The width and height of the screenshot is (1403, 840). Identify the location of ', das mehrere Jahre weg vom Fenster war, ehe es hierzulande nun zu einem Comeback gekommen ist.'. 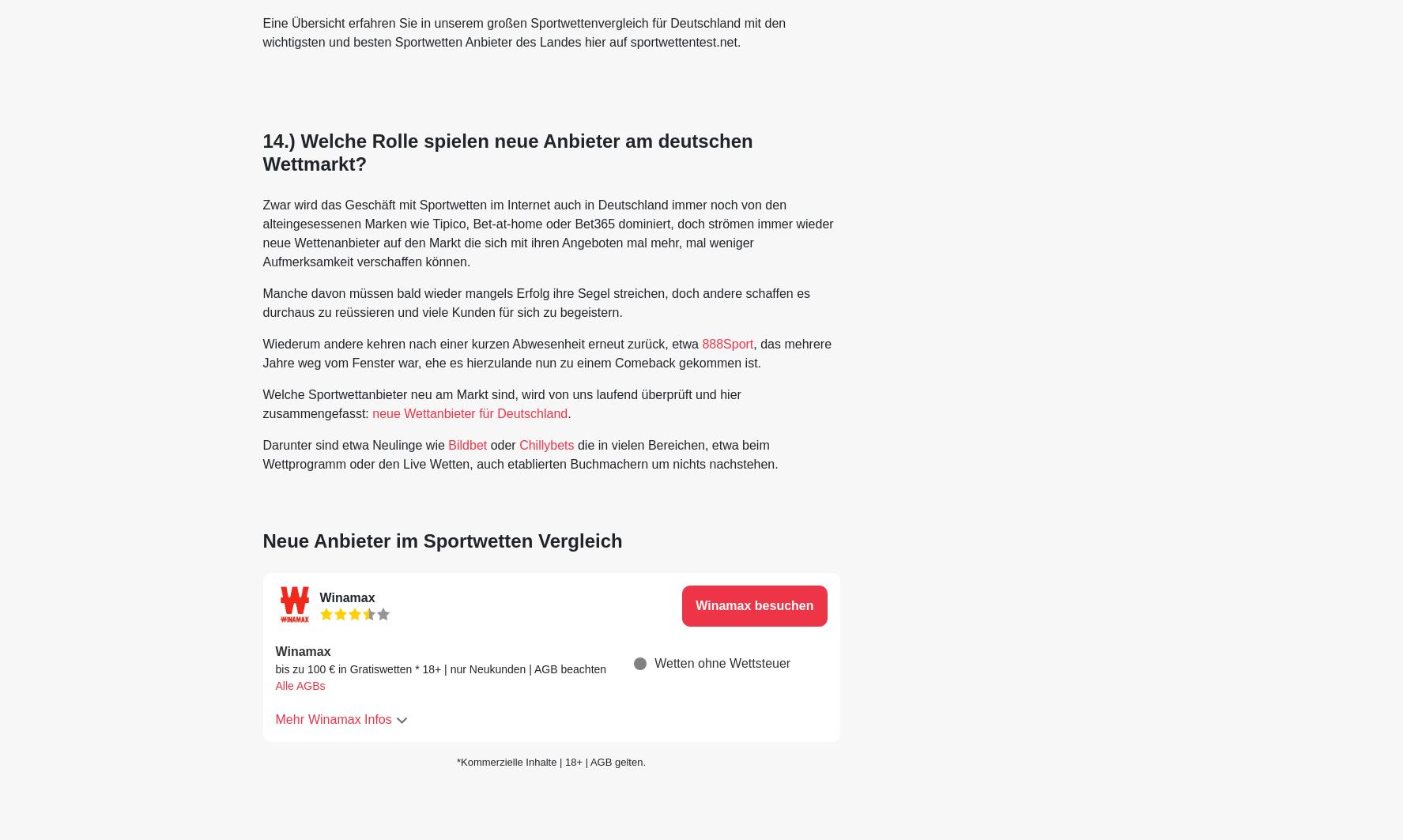
(546, 352).